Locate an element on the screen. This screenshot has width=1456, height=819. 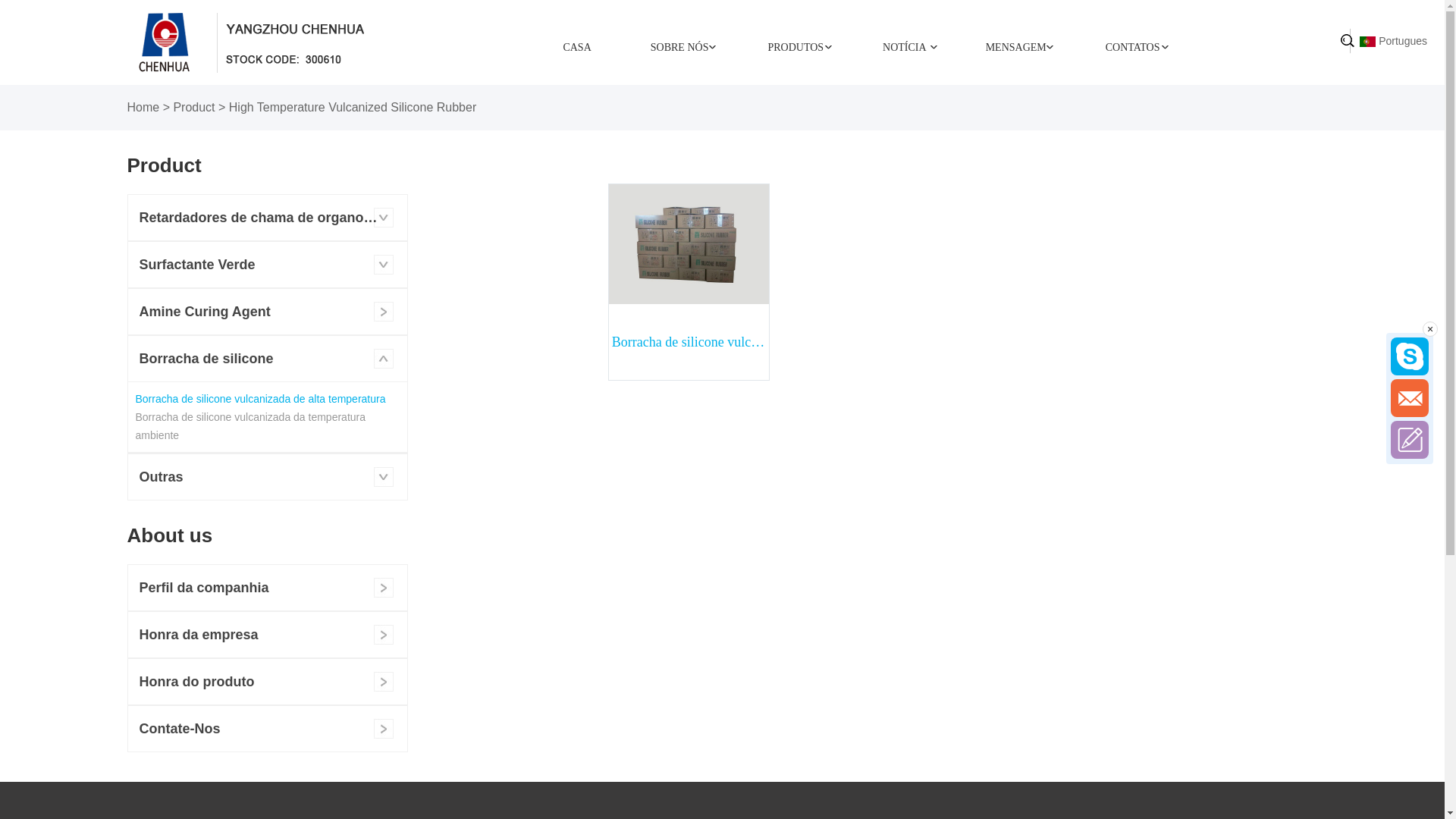
'Borracha de silicone vulcanizada da temperatura ambiente' is located at coordinates (250, 426).